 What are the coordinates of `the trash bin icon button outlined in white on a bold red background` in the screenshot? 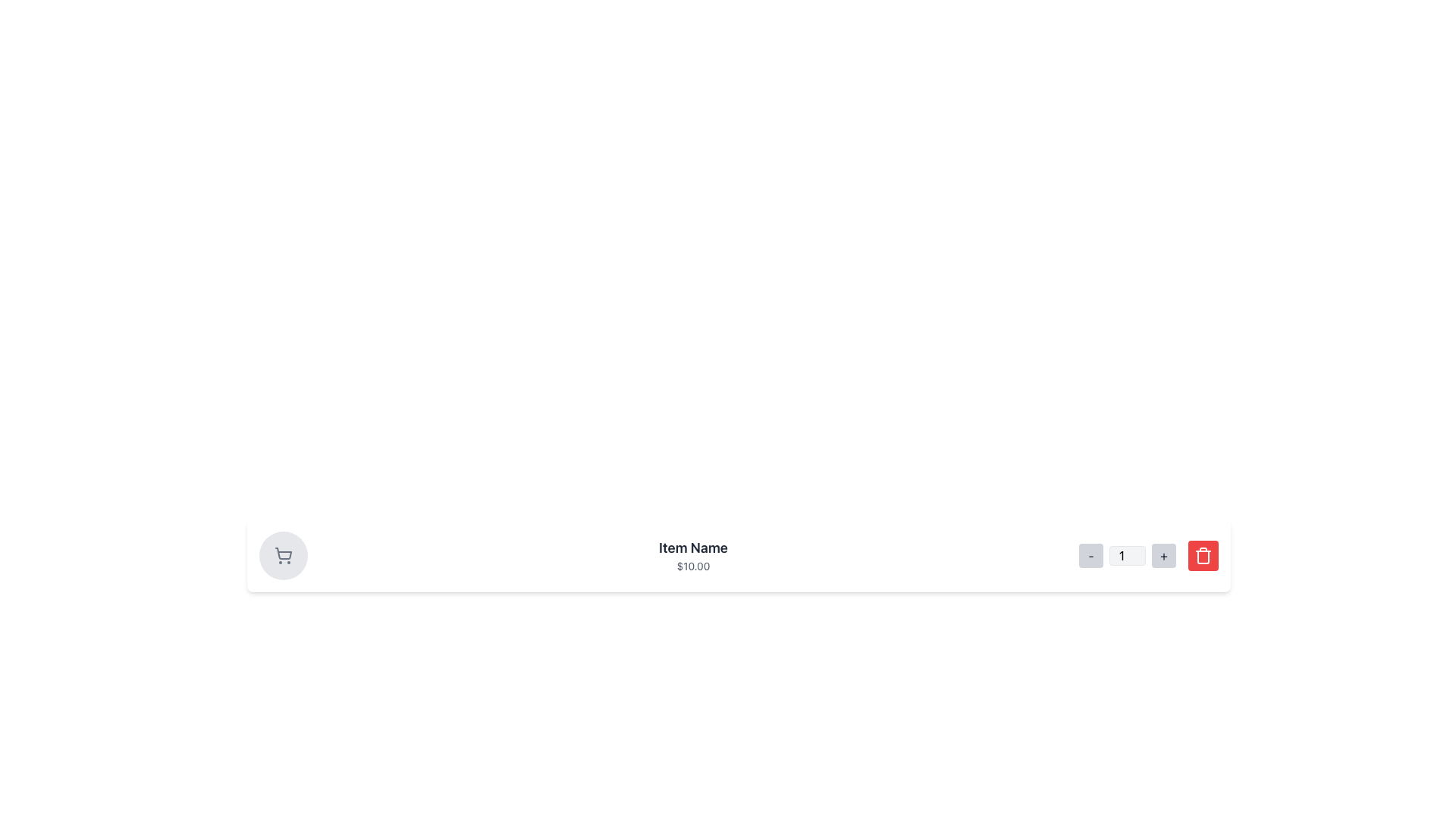 It's located at (1203, 555).